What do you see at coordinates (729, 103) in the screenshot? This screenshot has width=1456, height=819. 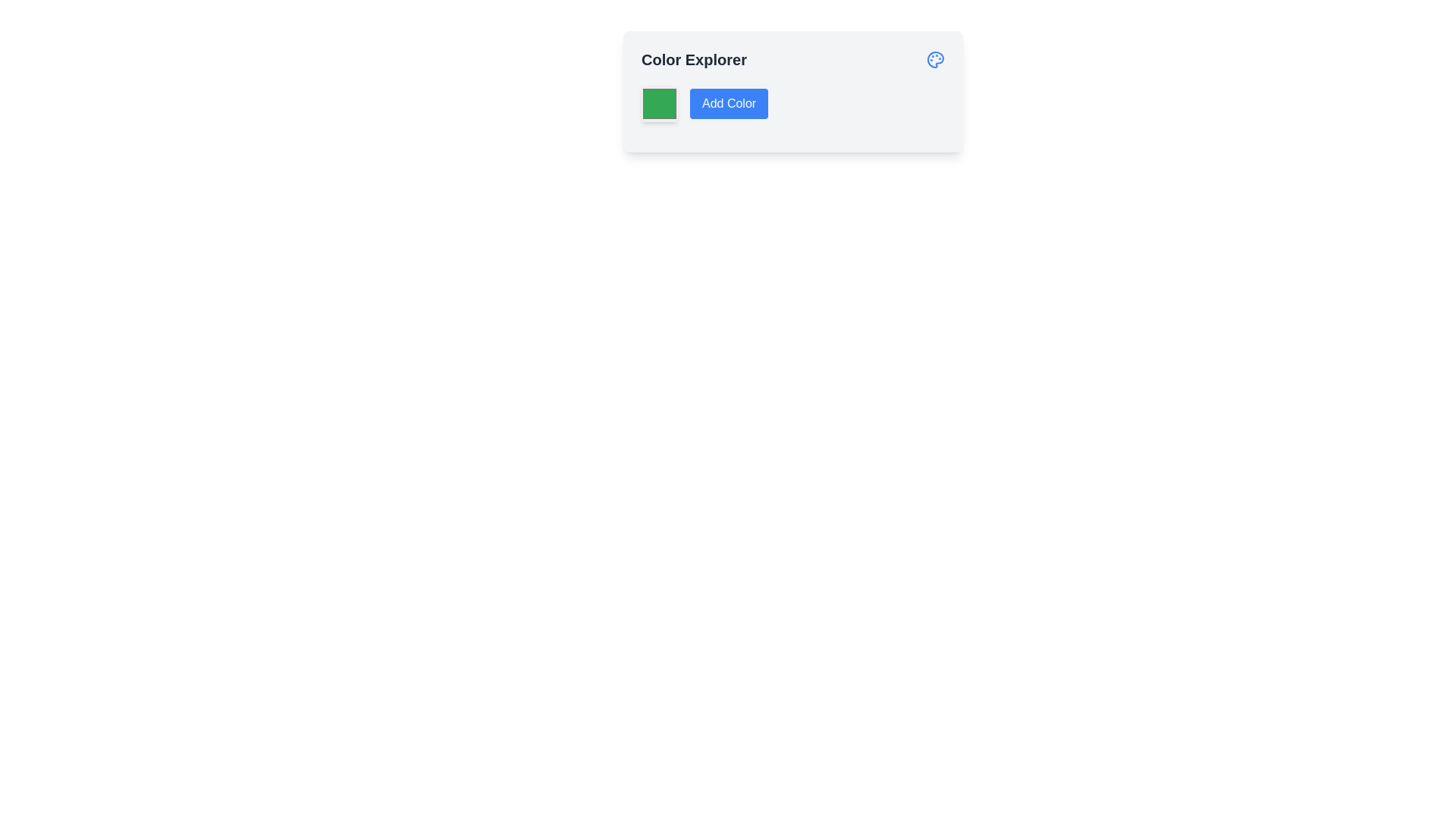 I see `the second button in the 'Color Explorer' section` at bounding box center [729, 103].